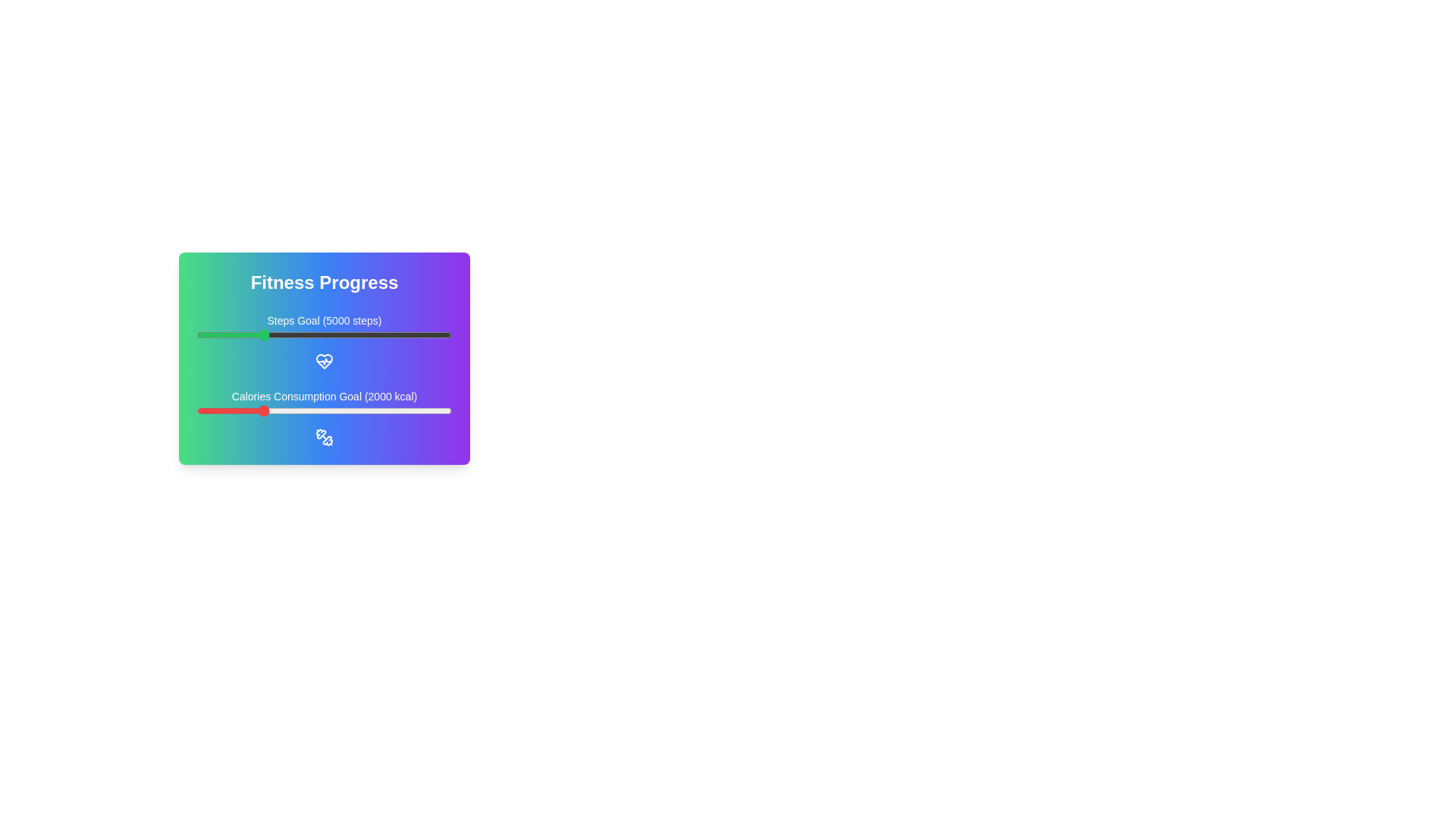 This screenshot has width=1456, height=819. I want to click on the 'Fitness Progress' static text label, which displays bold, white text on a gradient background, positioned at the top of its containing card, so click(323, 283).